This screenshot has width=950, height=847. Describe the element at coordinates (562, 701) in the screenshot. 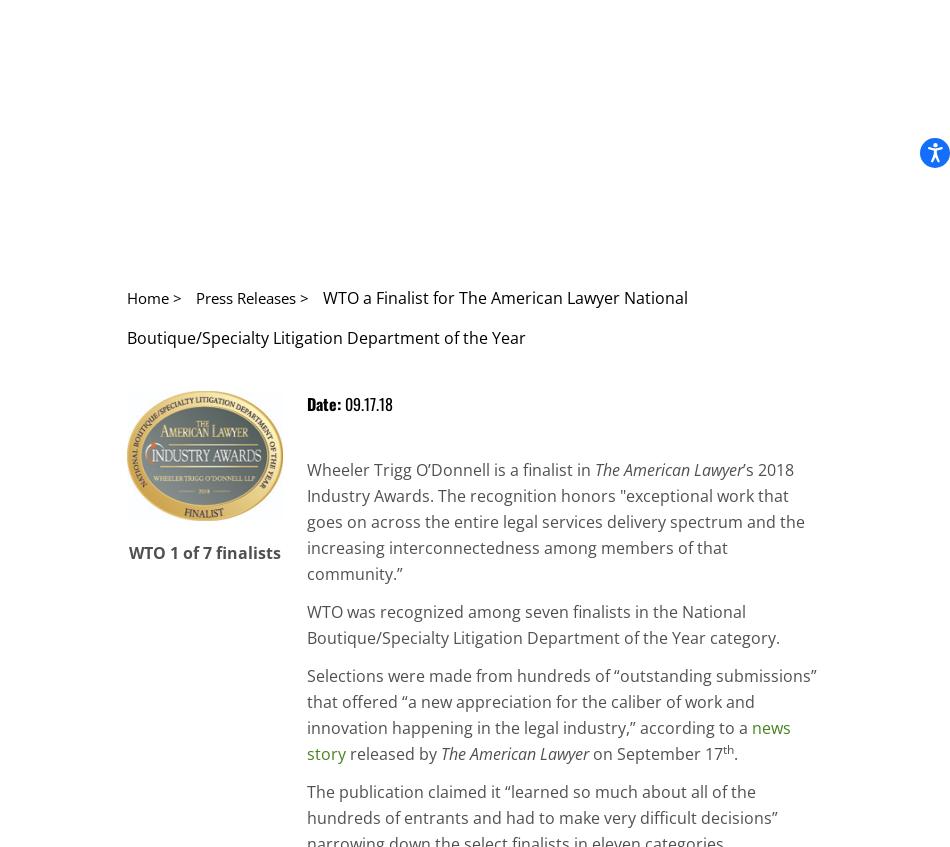

I see `'Selections were made from hundreds of “outstanding submissions” that offered “a new appreciation for the caliber of work and innovation happening in the legal industry,” according to a'` at that location.